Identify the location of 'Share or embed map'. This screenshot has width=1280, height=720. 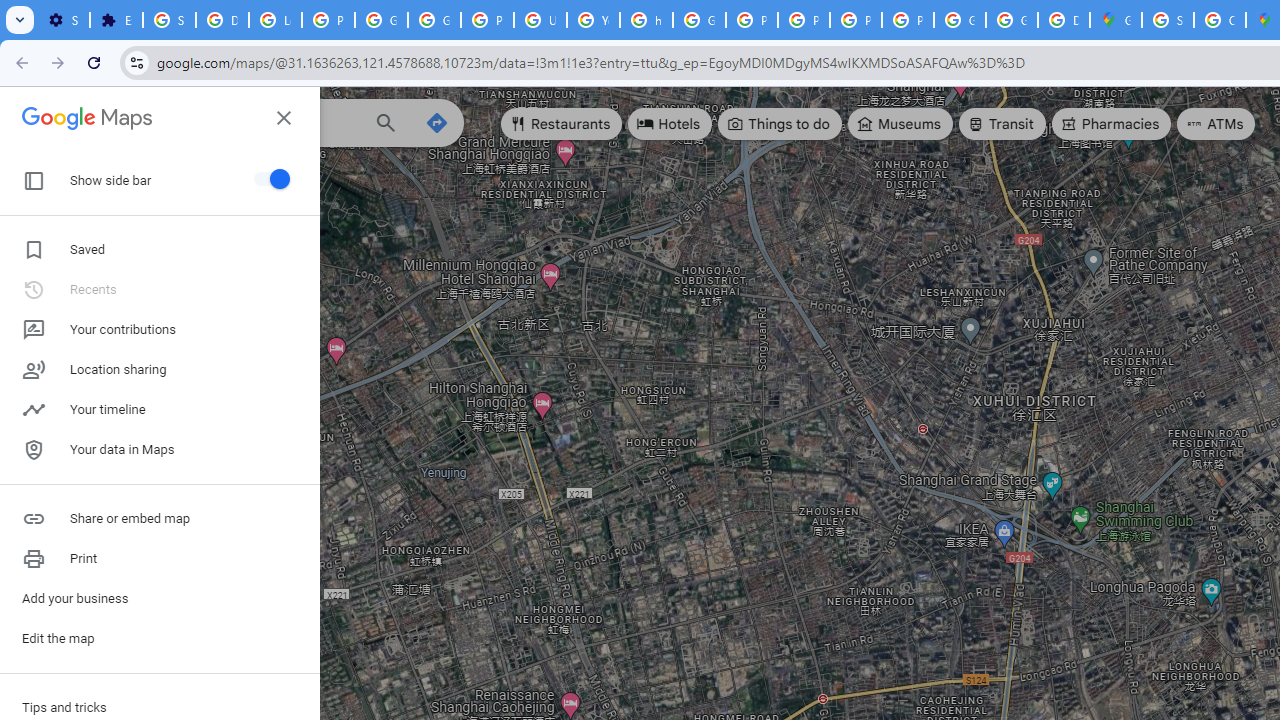
(160, 518).